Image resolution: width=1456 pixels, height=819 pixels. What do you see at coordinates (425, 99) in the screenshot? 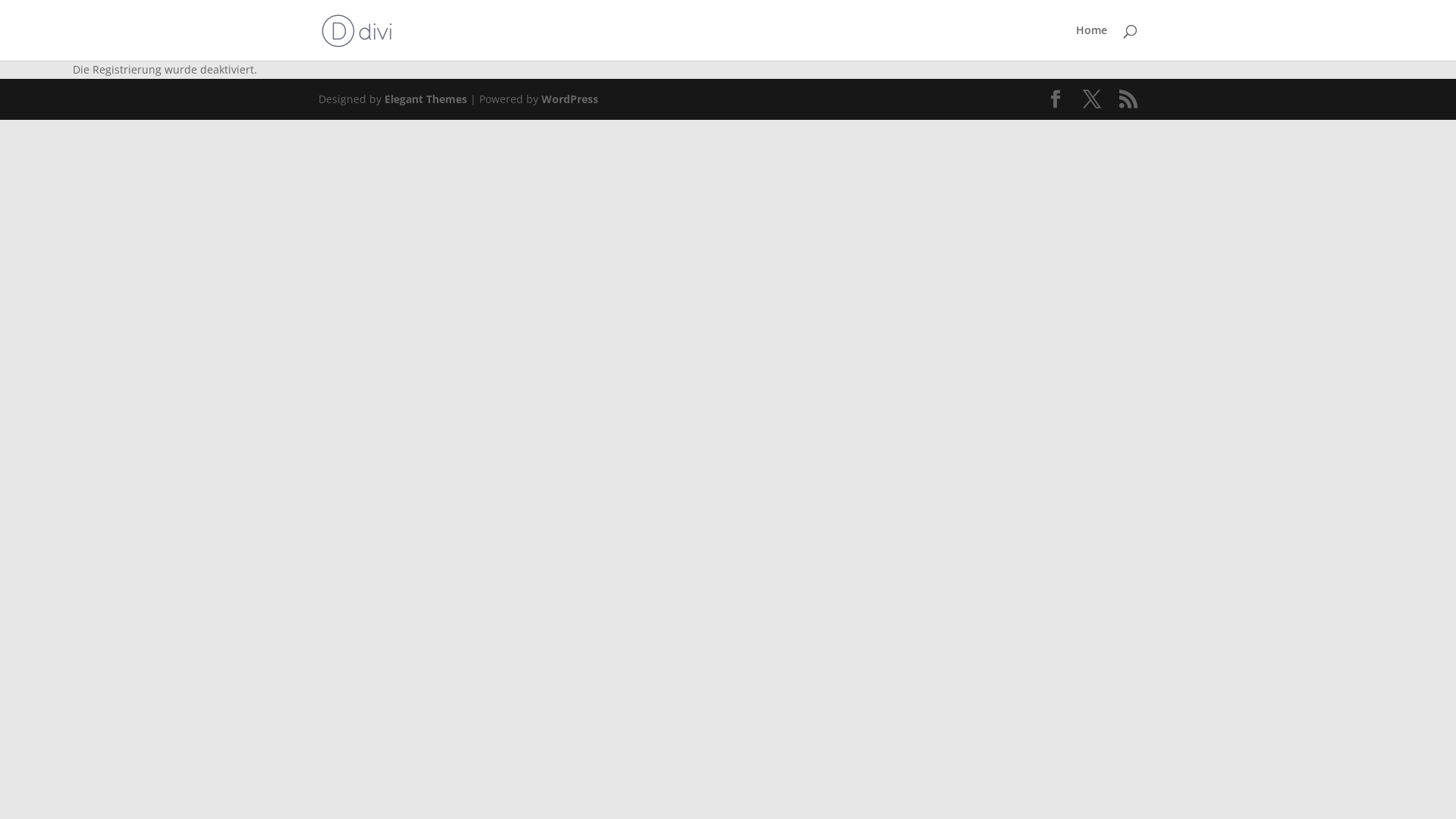
I see `'Elegant Themes'` at bounding box center [425, 99].